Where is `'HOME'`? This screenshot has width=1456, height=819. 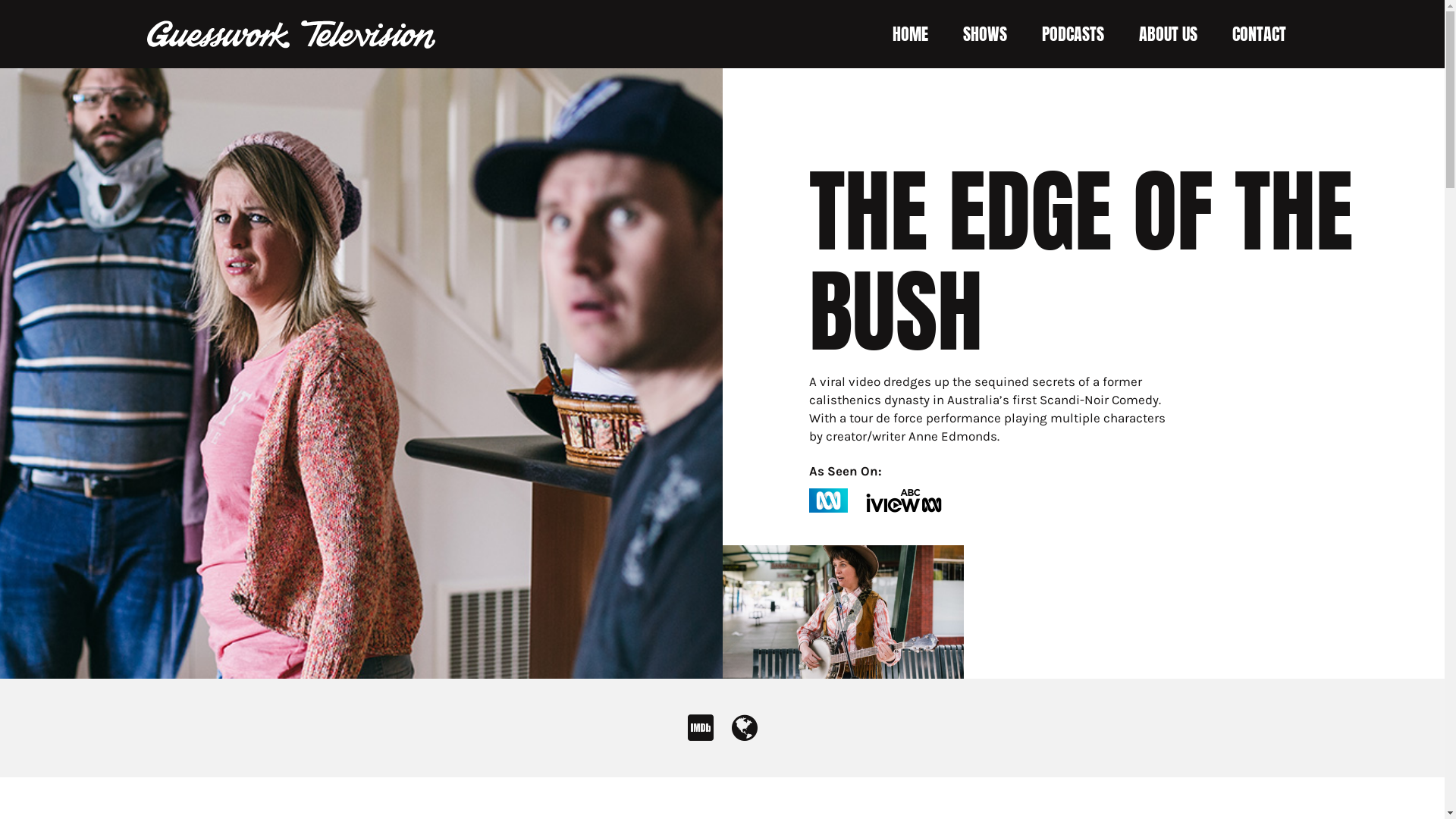
'HOME' is located at coordinates (909, 34).